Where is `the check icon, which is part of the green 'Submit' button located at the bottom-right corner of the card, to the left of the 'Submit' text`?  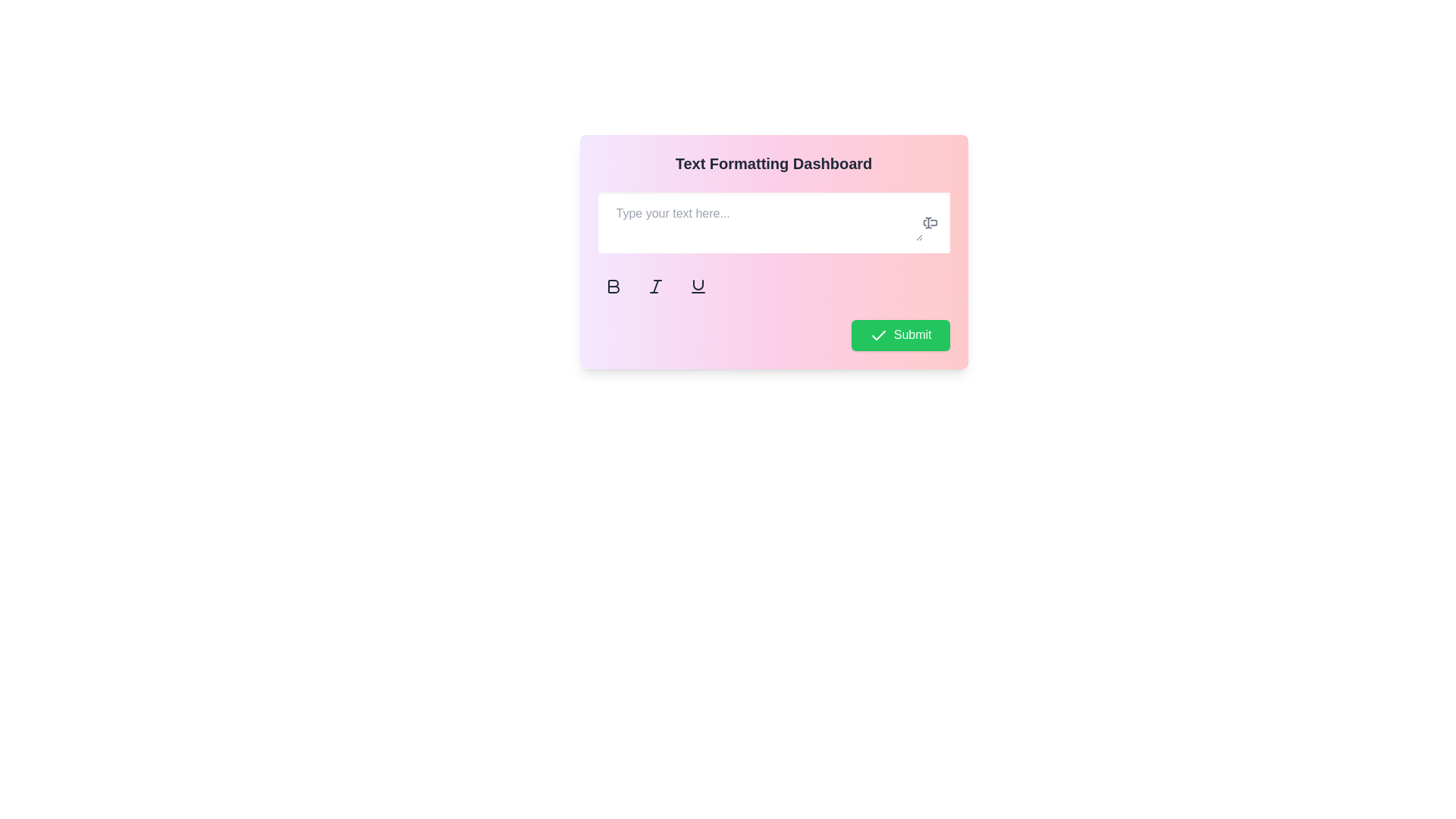 the check icon, which is part of the green 'Submit' button located at the bottom-right corner of the card, to the left of the 'Submit' text is located at coordinates (878, 334).